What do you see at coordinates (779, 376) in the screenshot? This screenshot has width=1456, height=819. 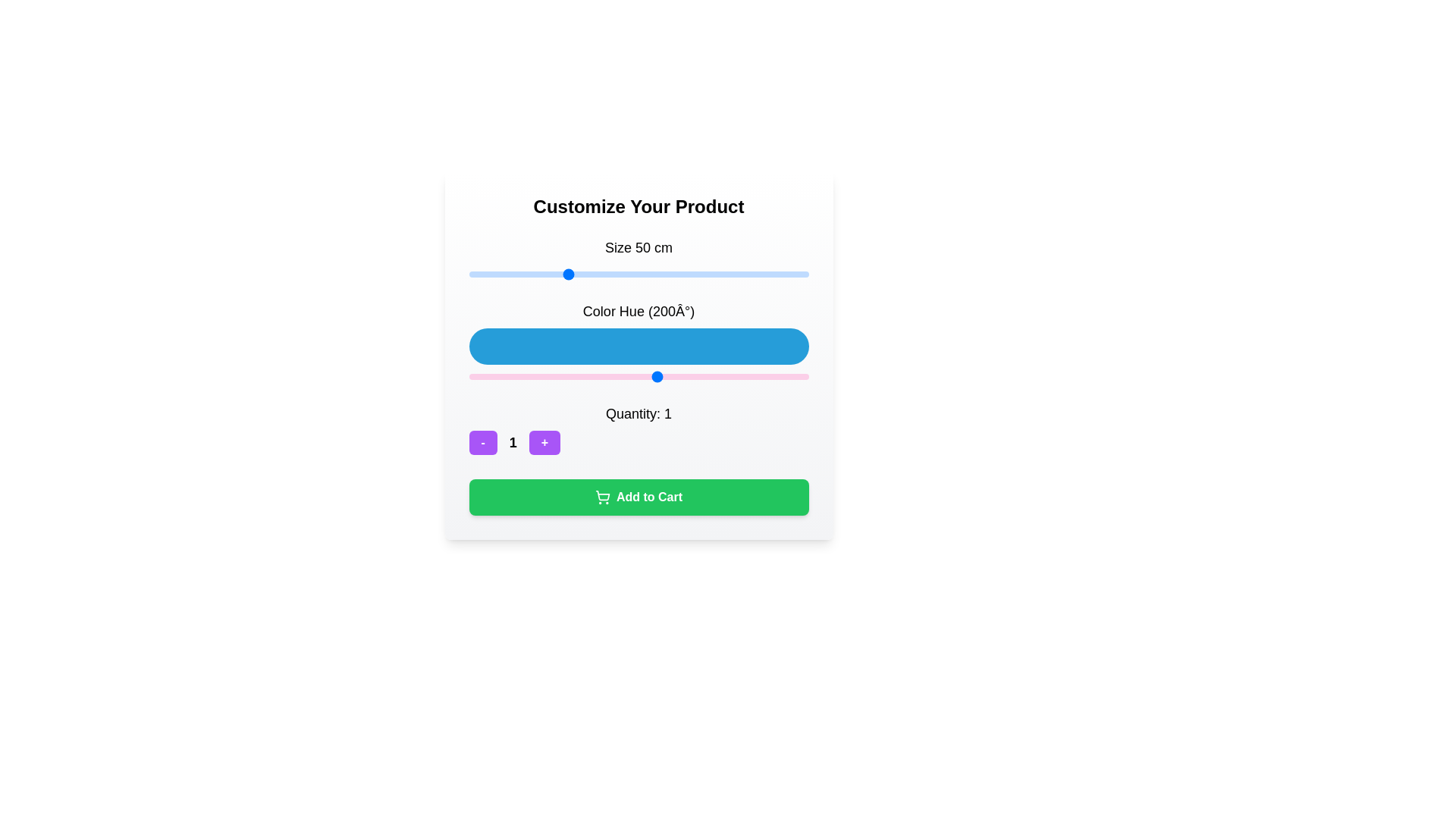 I see `the color hue` at bounding box center [779, 376].